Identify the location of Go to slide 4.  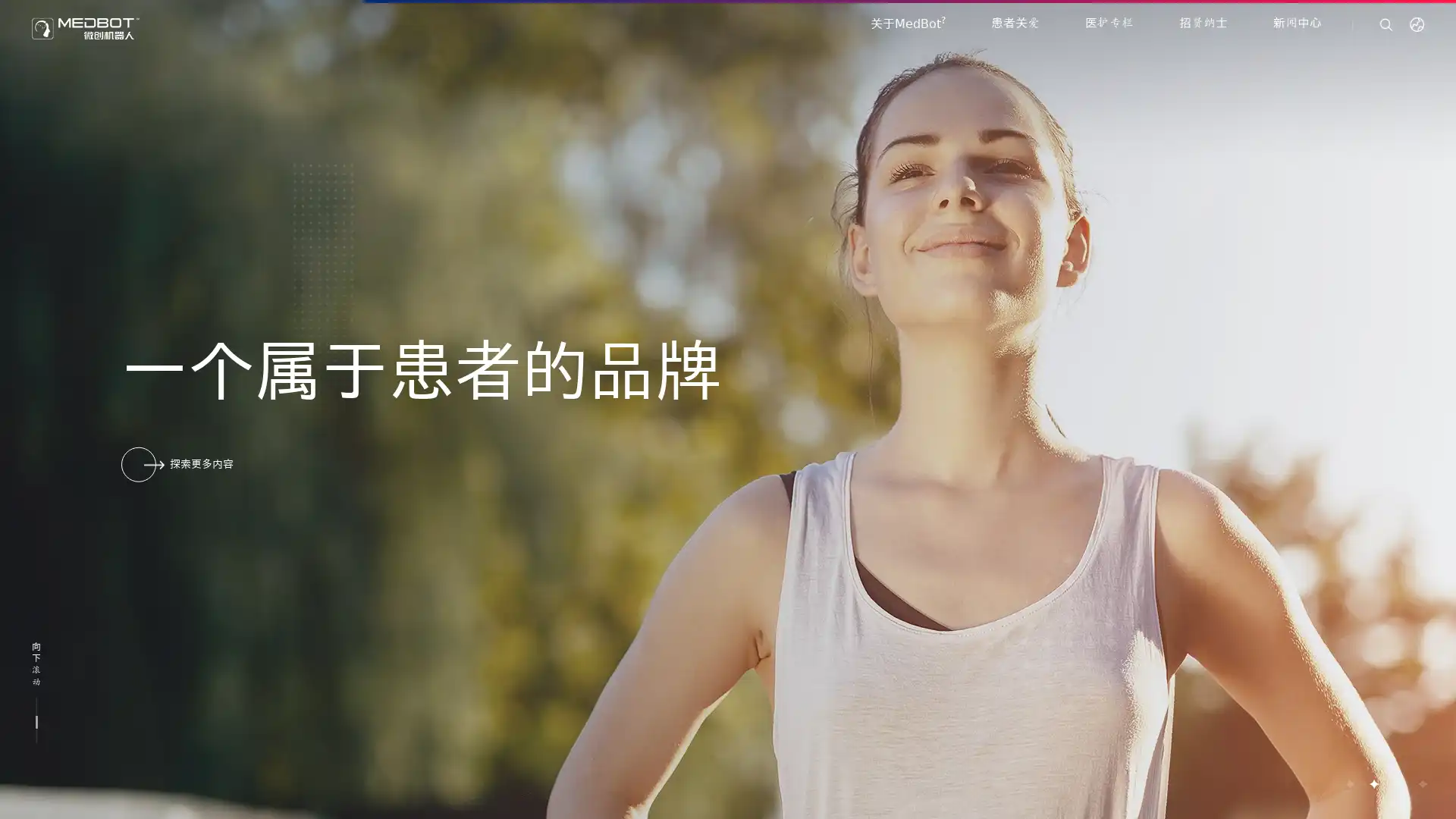
(1421, 783).